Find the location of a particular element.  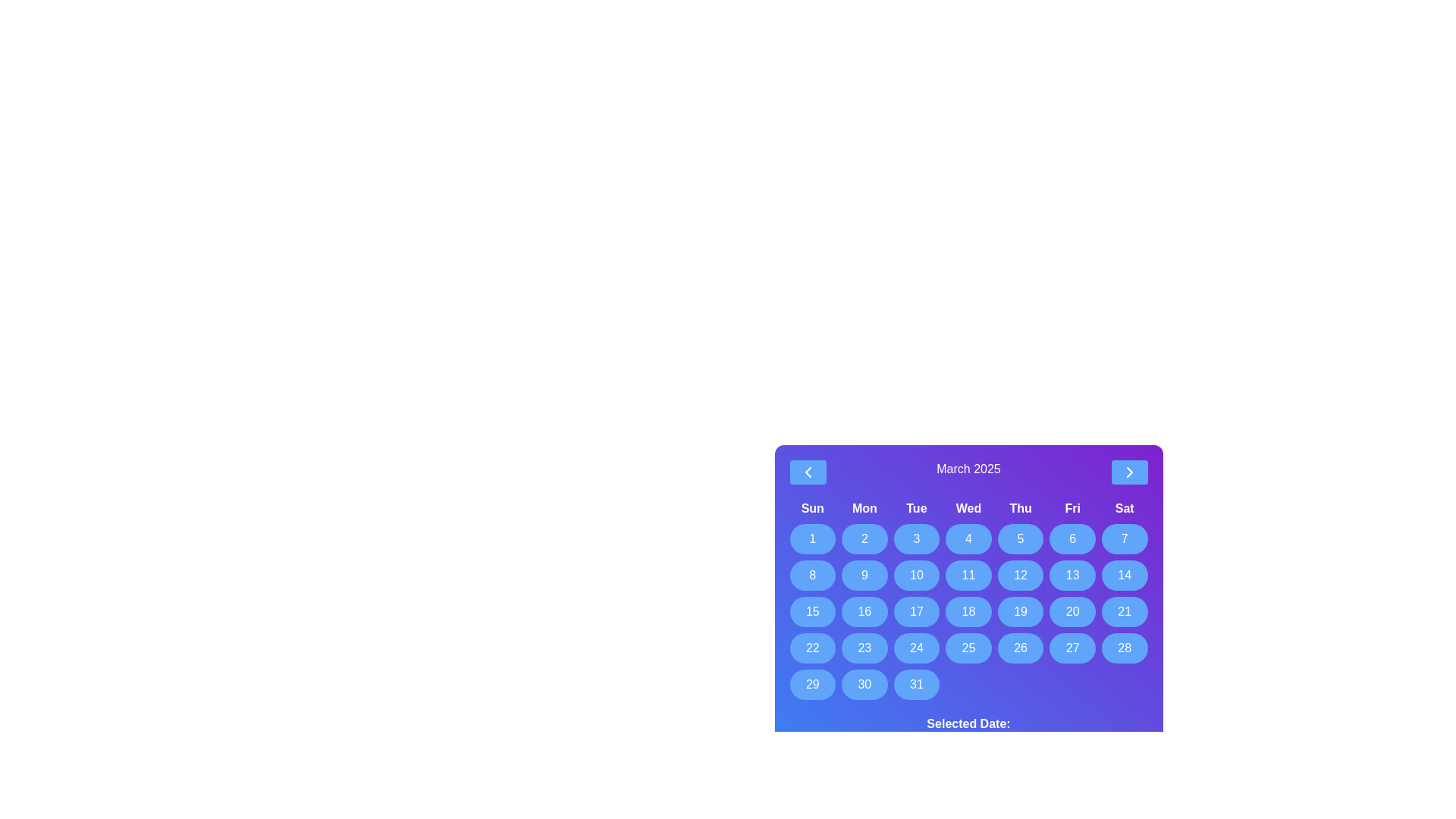

the circular button with a blue background and the white number '16' inside it, located in the calendar interface under the 'Mon.' column in the fifth row is located at coordinates (864, 610).